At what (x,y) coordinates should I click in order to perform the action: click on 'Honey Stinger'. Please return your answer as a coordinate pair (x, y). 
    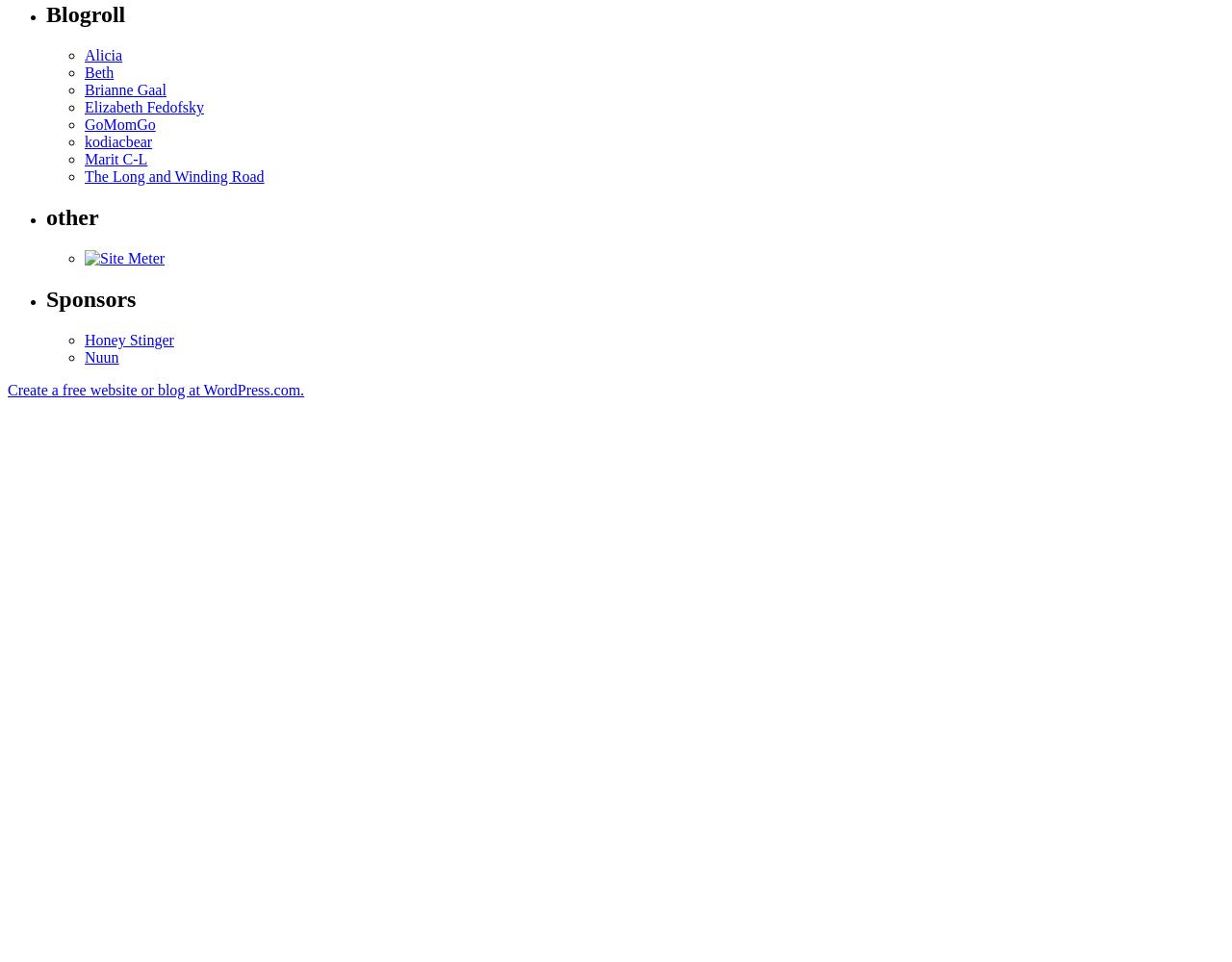
    Looking at the image, I should click on (84, 338).